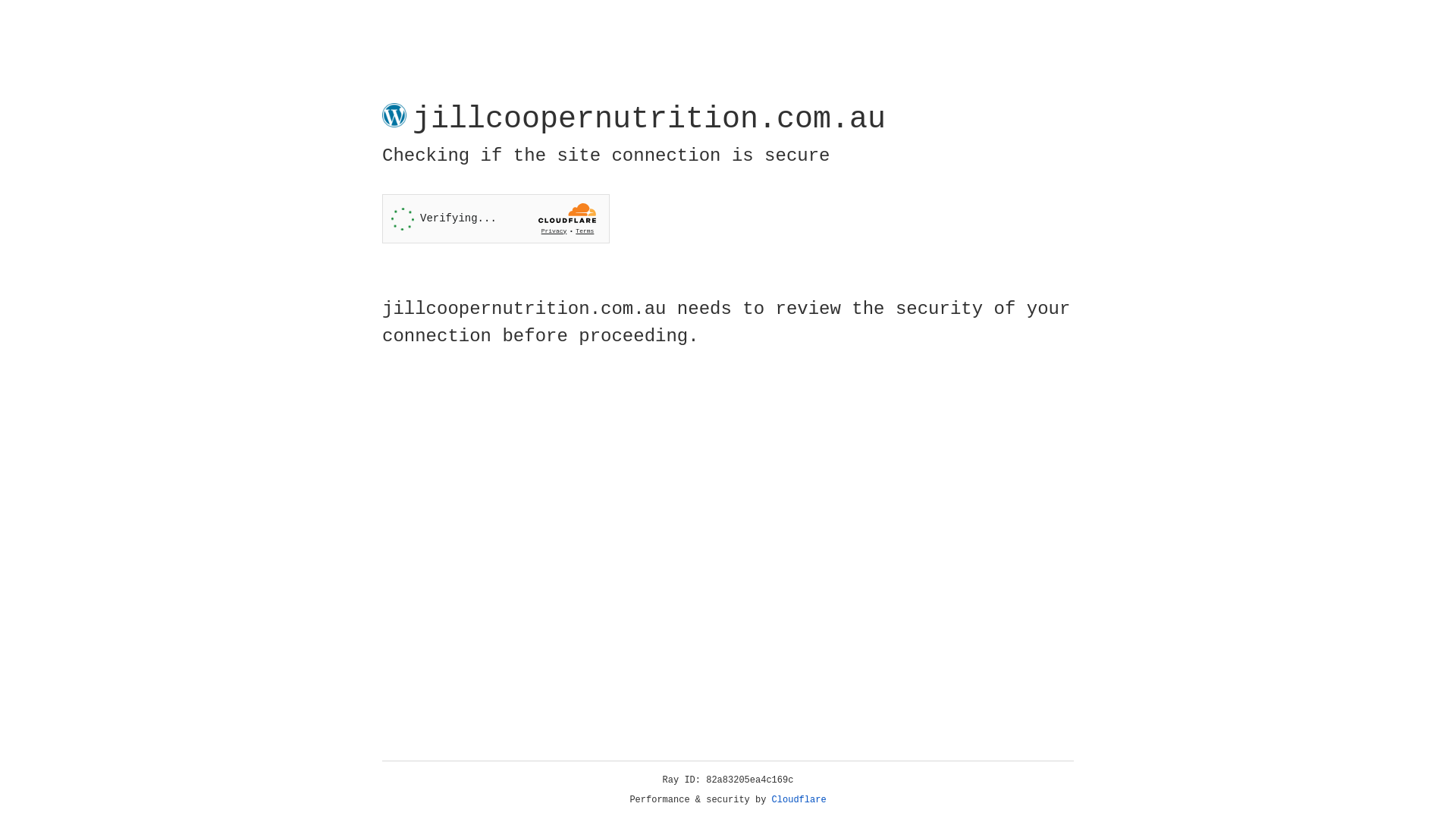  What do you see at coordinates (799, 799) in the screenshot?
I see `'Cloudflare'` at bounding box center [799, 799].